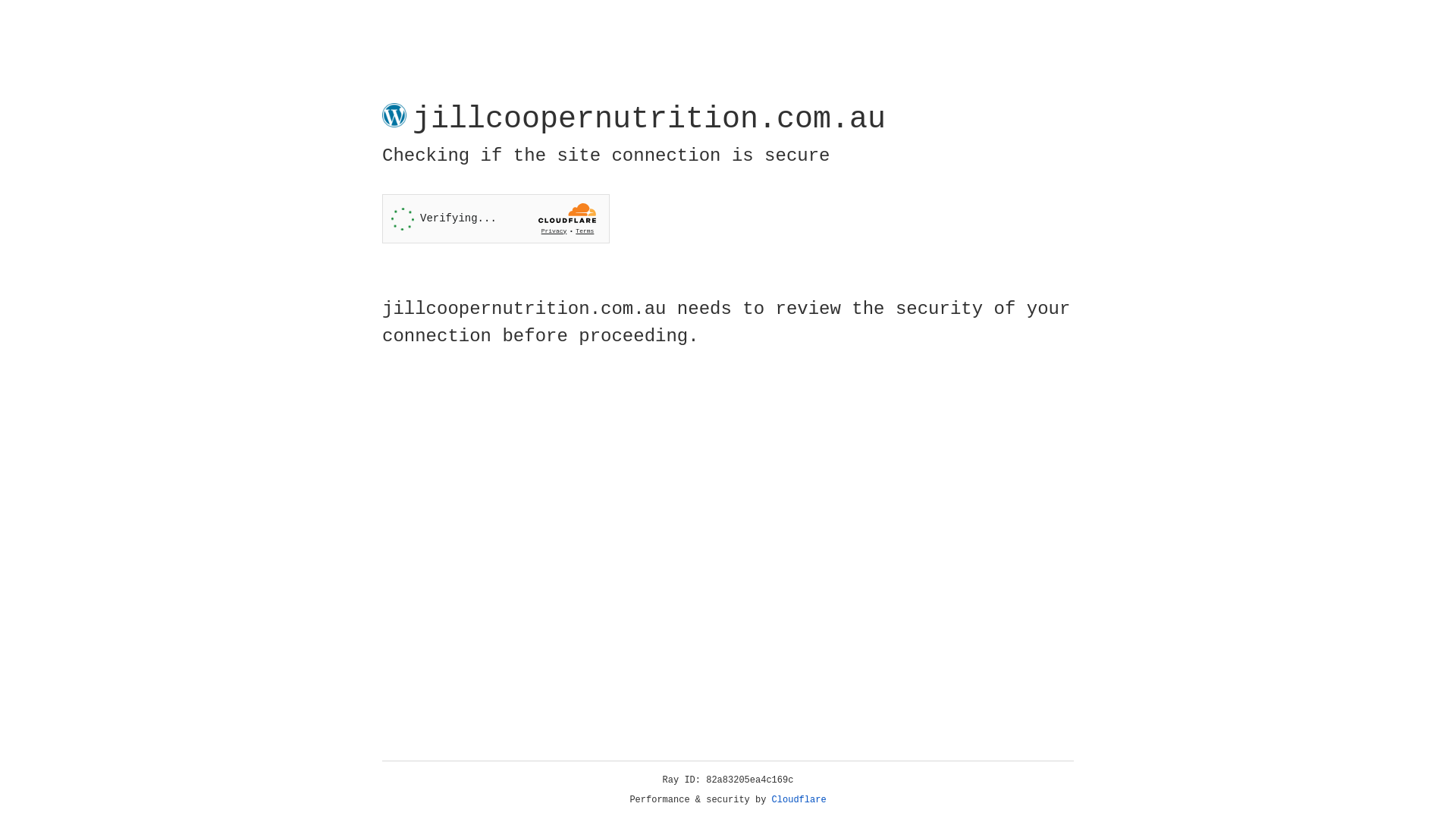  What do you see at coordinates (799, 799) in the screenshot?
I see `'Cloudflare'` at bounding box center [799, 799].